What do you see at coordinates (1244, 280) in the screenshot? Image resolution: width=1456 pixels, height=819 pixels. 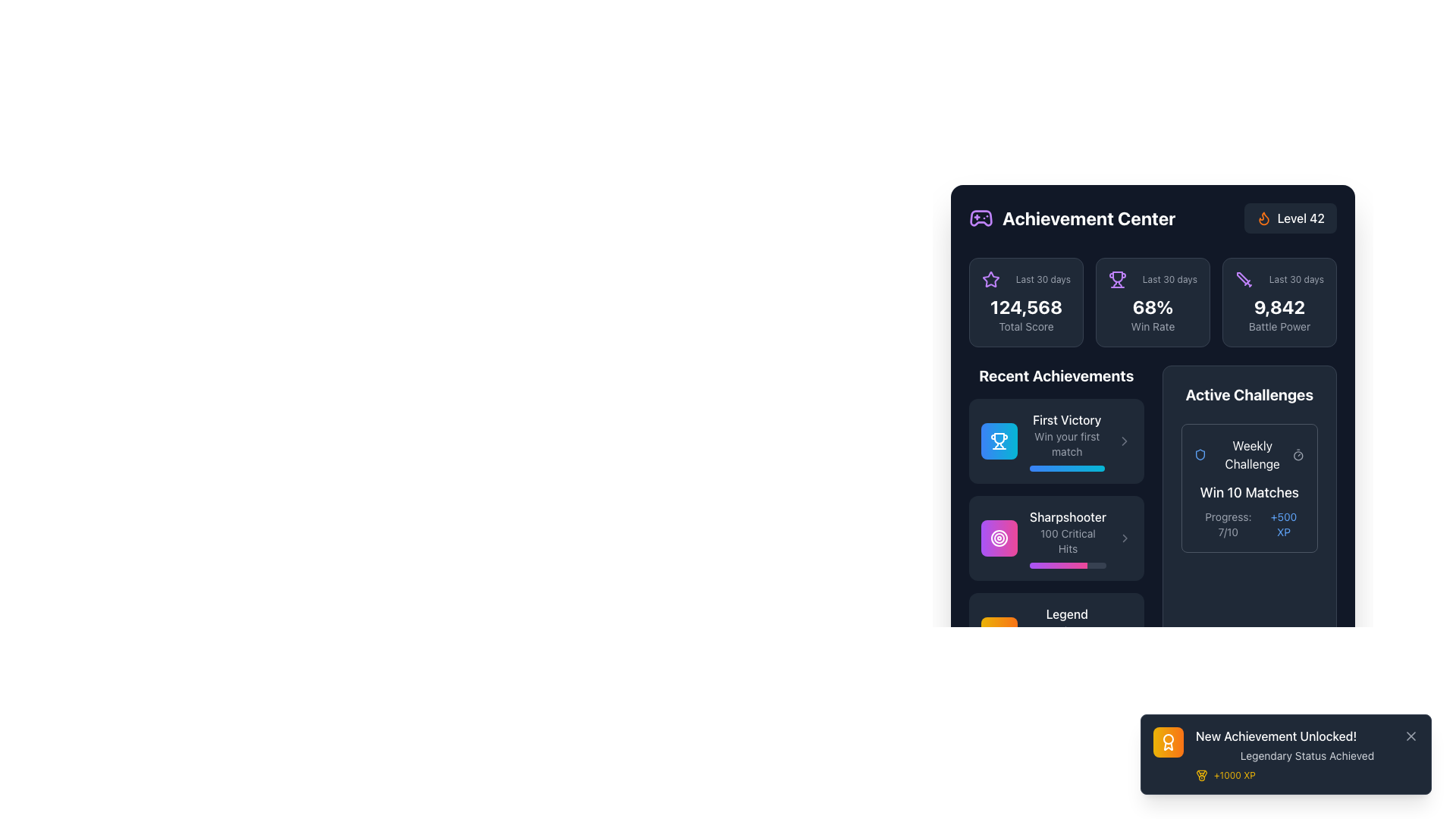 I see `the rightmost sword icon representing the 'Battle Power' metric located under the 'Achievement Center' heading` at bounding box center [1244, 280].